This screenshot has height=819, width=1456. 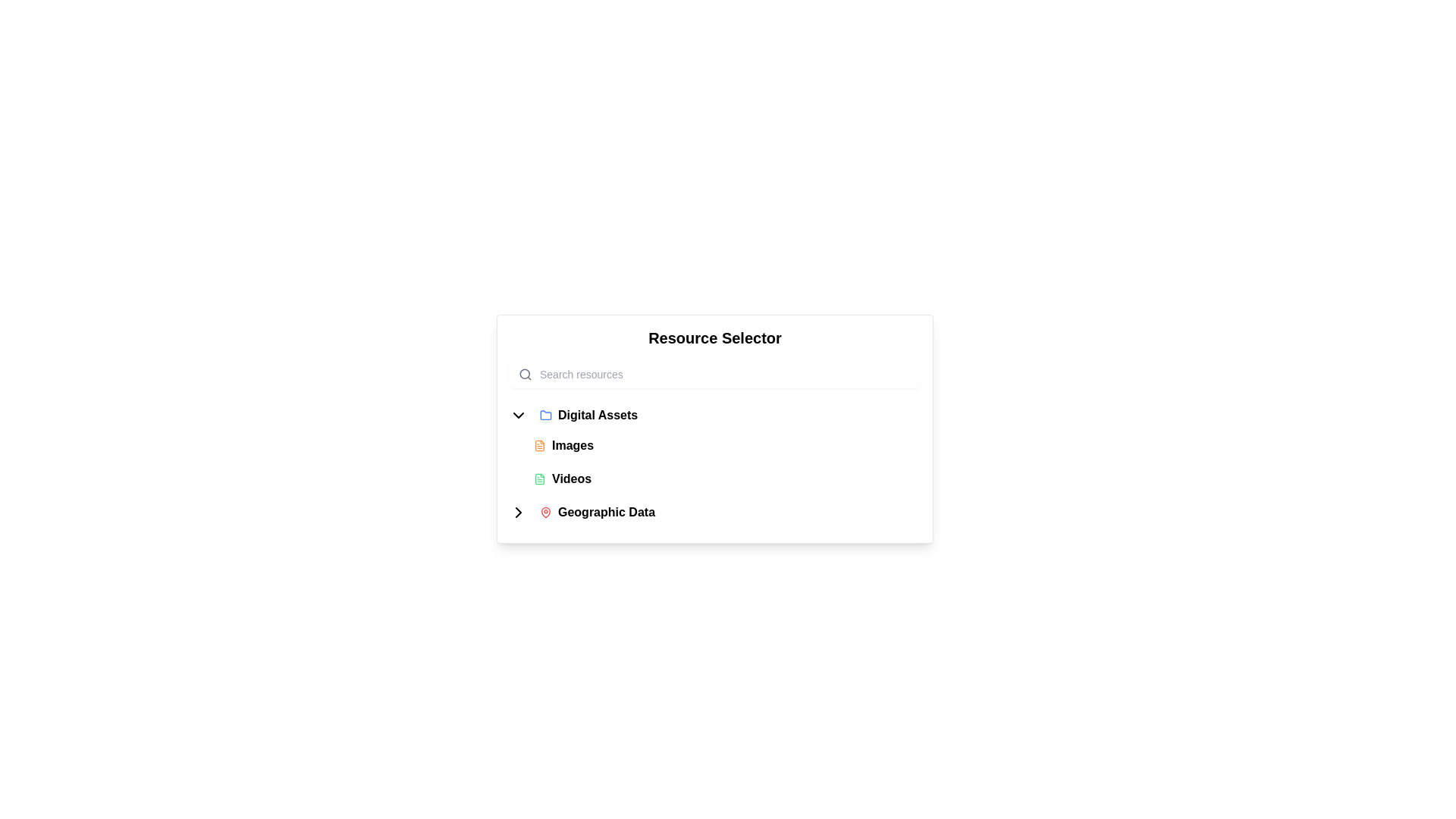 I want to click on the folder icon with a blue hue located to the left of the 'Digital Assets' text in the menu, so click(x=546, y=415).